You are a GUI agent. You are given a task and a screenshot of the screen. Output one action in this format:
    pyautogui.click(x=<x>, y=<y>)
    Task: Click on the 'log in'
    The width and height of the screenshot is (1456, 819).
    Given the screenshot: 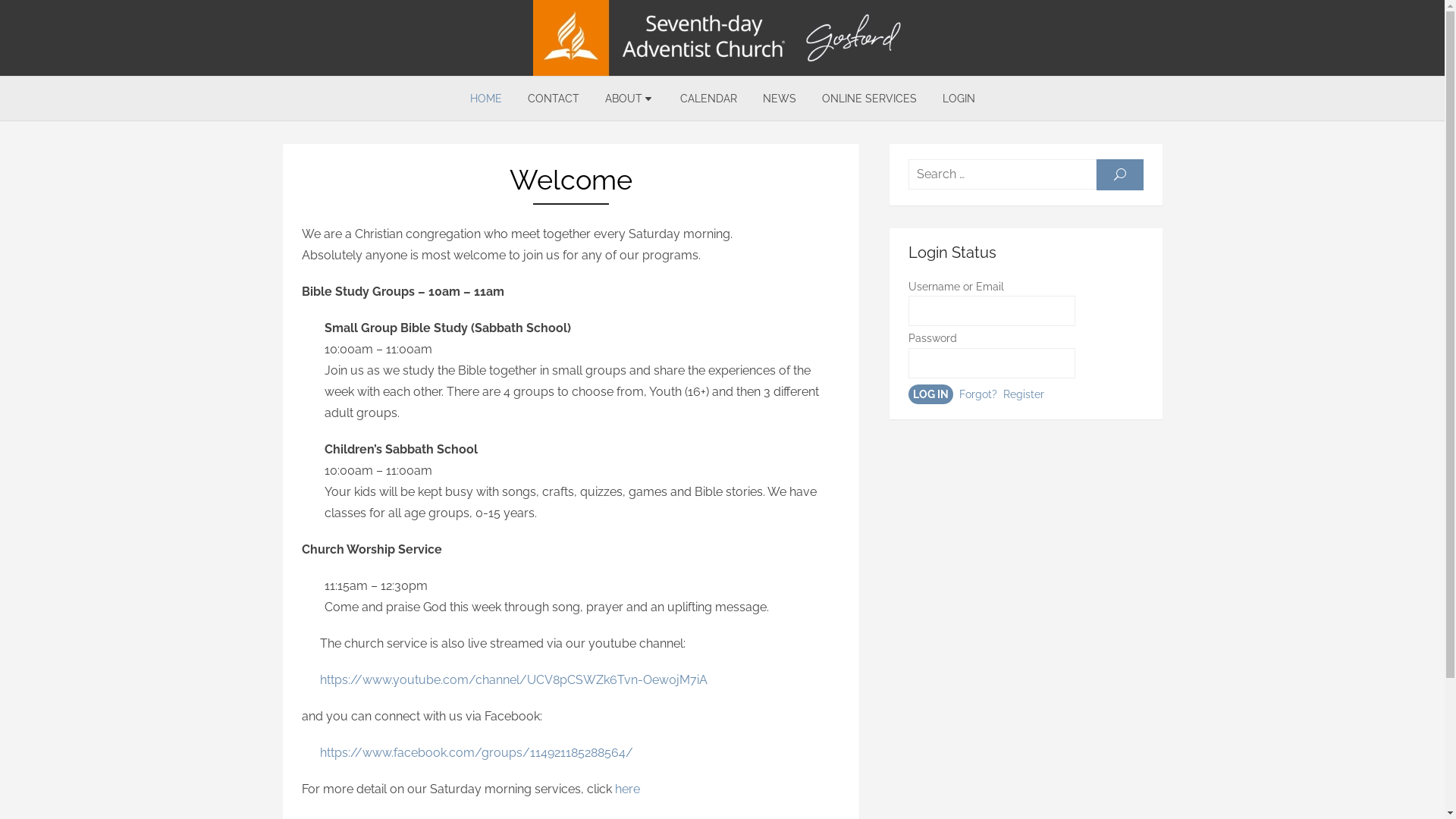 What is the action you would take?
    pyautogui.click(x=930, y=394)
    